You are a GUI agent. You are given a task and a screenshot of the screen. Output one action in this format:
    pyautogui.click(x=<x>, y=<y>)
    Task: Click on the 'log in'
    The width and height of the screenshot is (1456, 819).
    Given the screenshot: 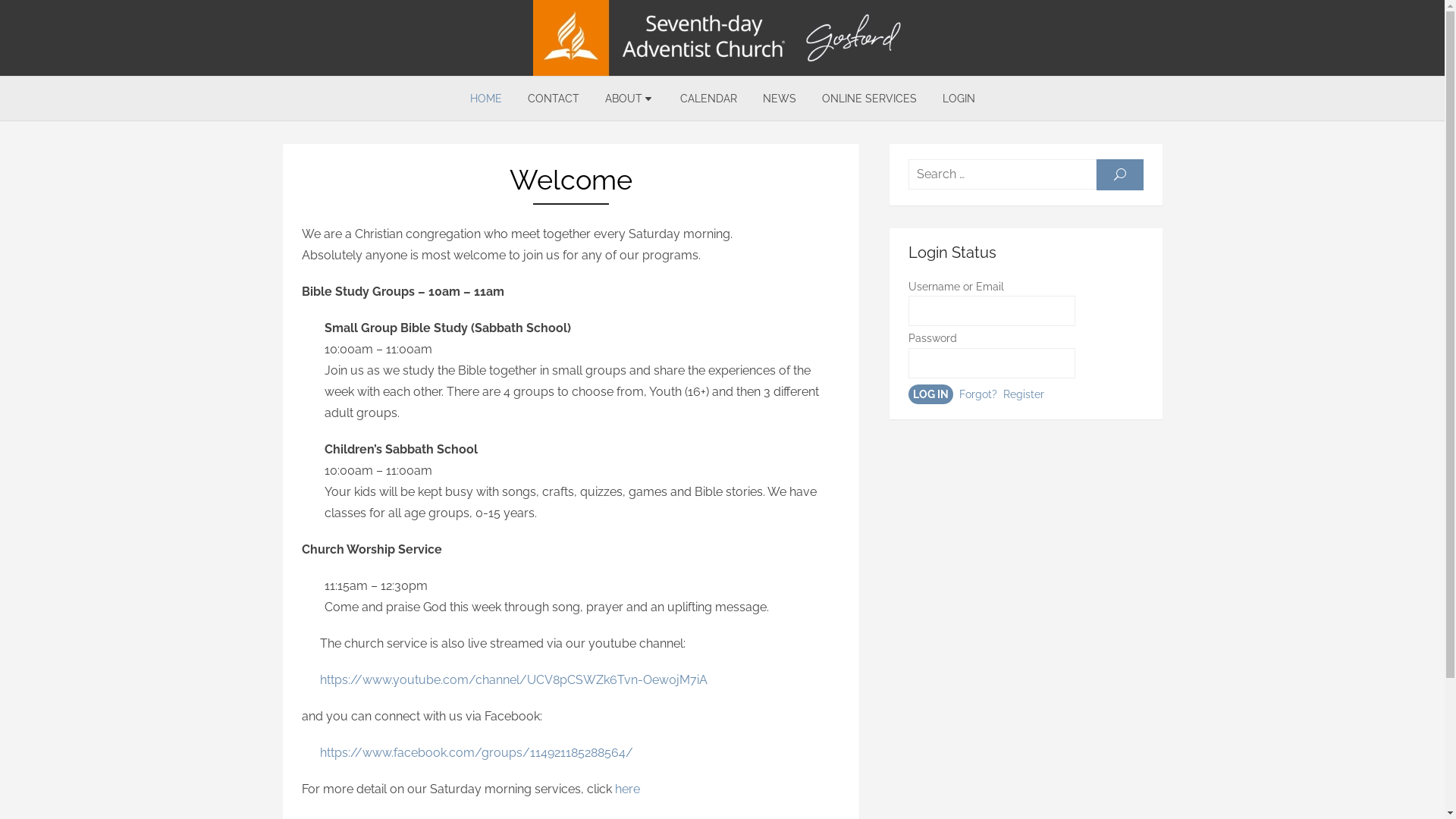 What is the action you would take?
    pyautogui.click(x=930, y=394)
    